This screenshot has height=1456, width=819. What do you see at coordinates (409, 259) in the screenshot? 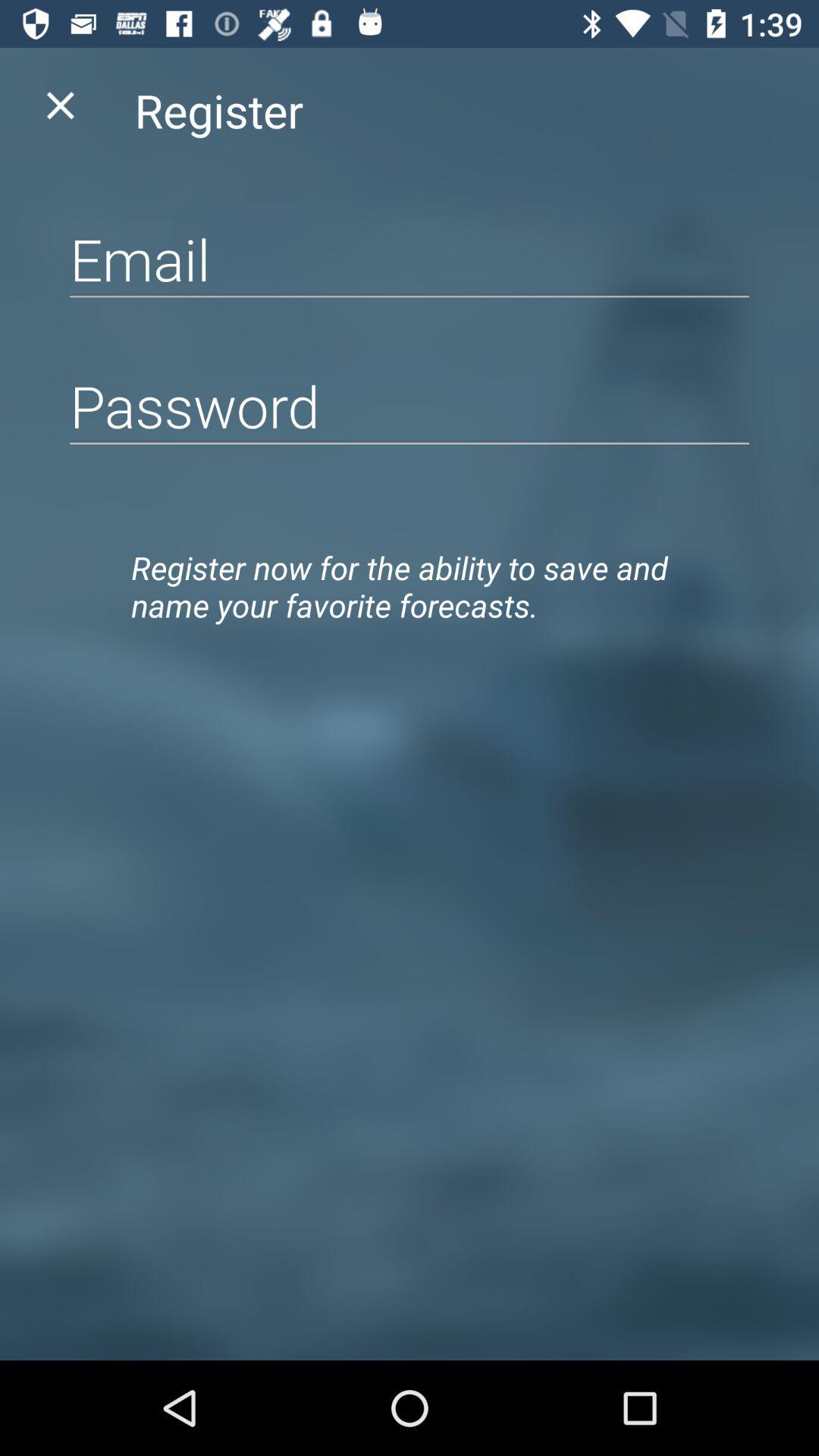
I see `the item below the register icon` at bounding box center [409, 259].